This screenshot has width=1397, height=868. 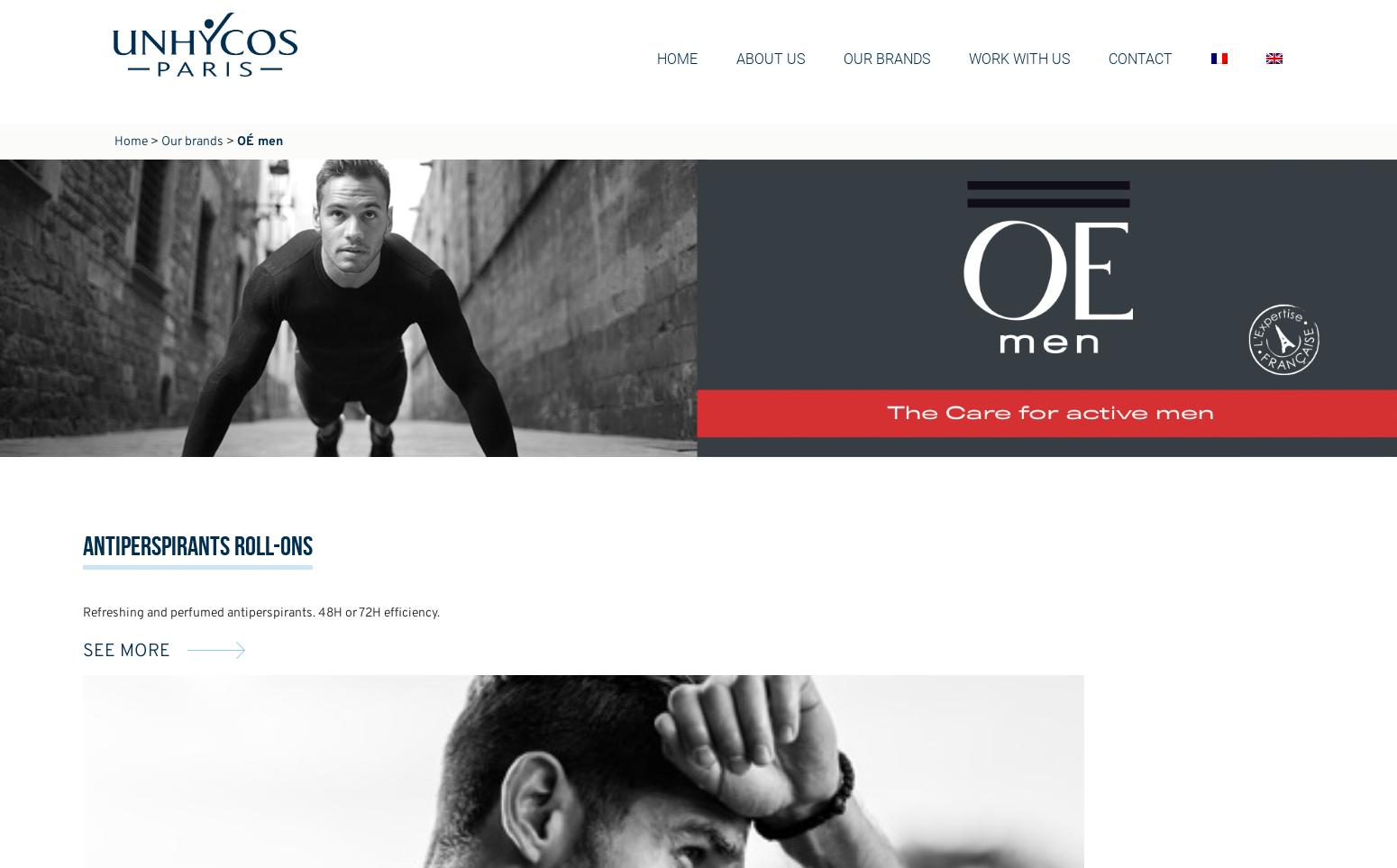 I want to click on 'Contact', so click(x=1139, y=59).